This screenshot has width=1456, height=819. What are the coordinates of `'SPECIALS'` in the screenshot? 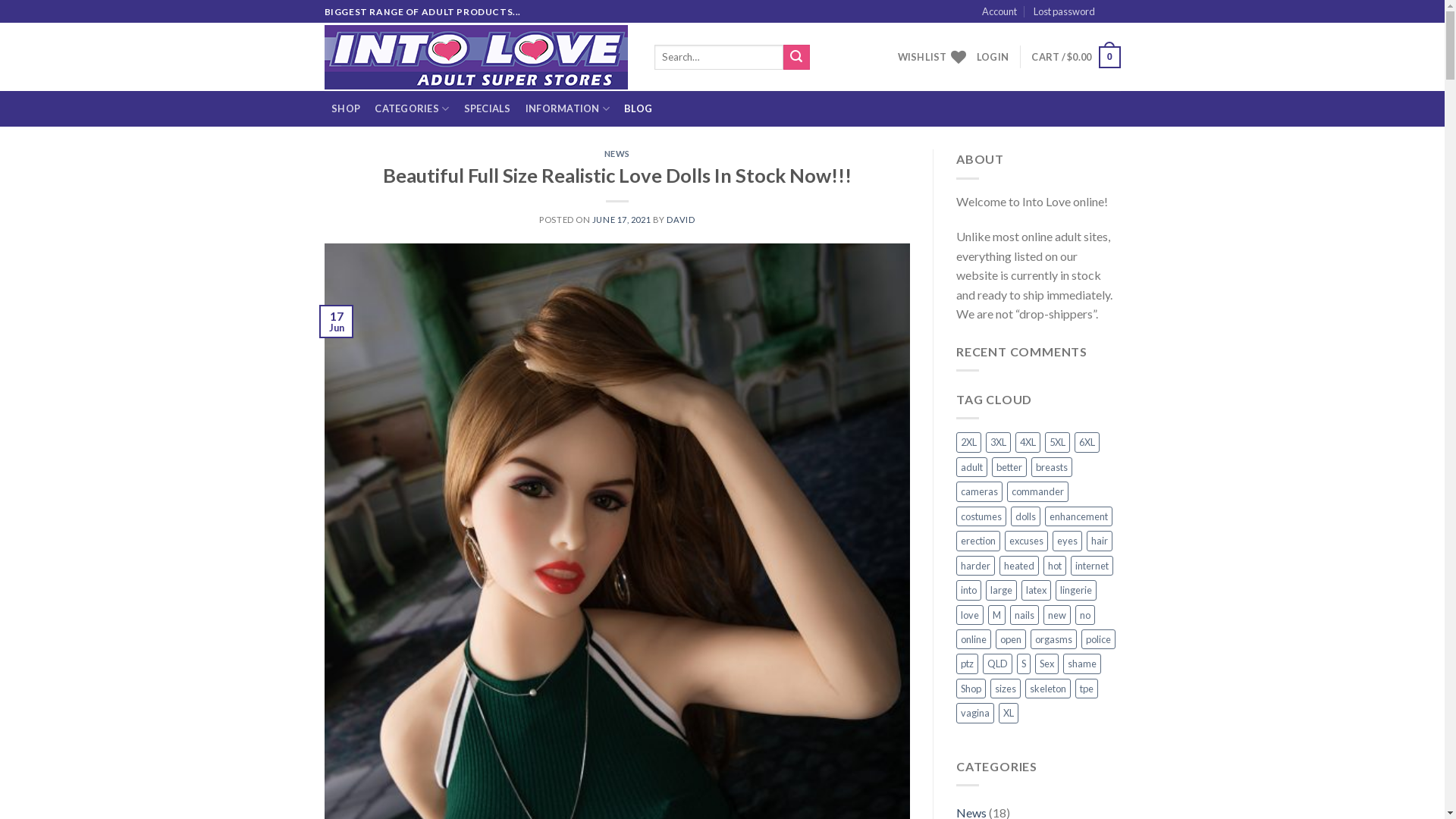 It's located at (487, 108).